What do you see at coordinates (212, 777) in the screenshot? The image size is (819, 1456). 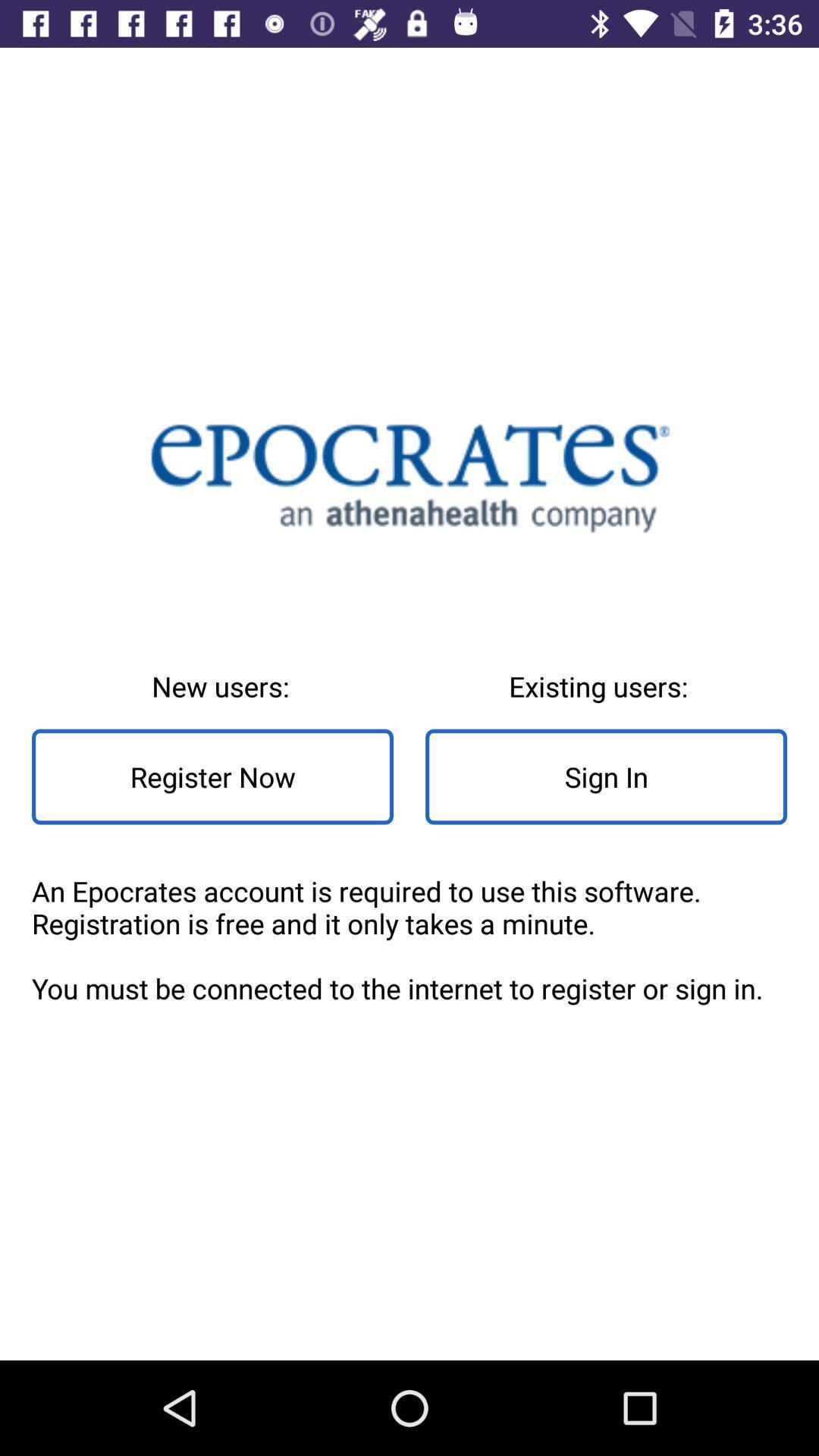 I see `item below new users: item` at bounding box center [212, 777].